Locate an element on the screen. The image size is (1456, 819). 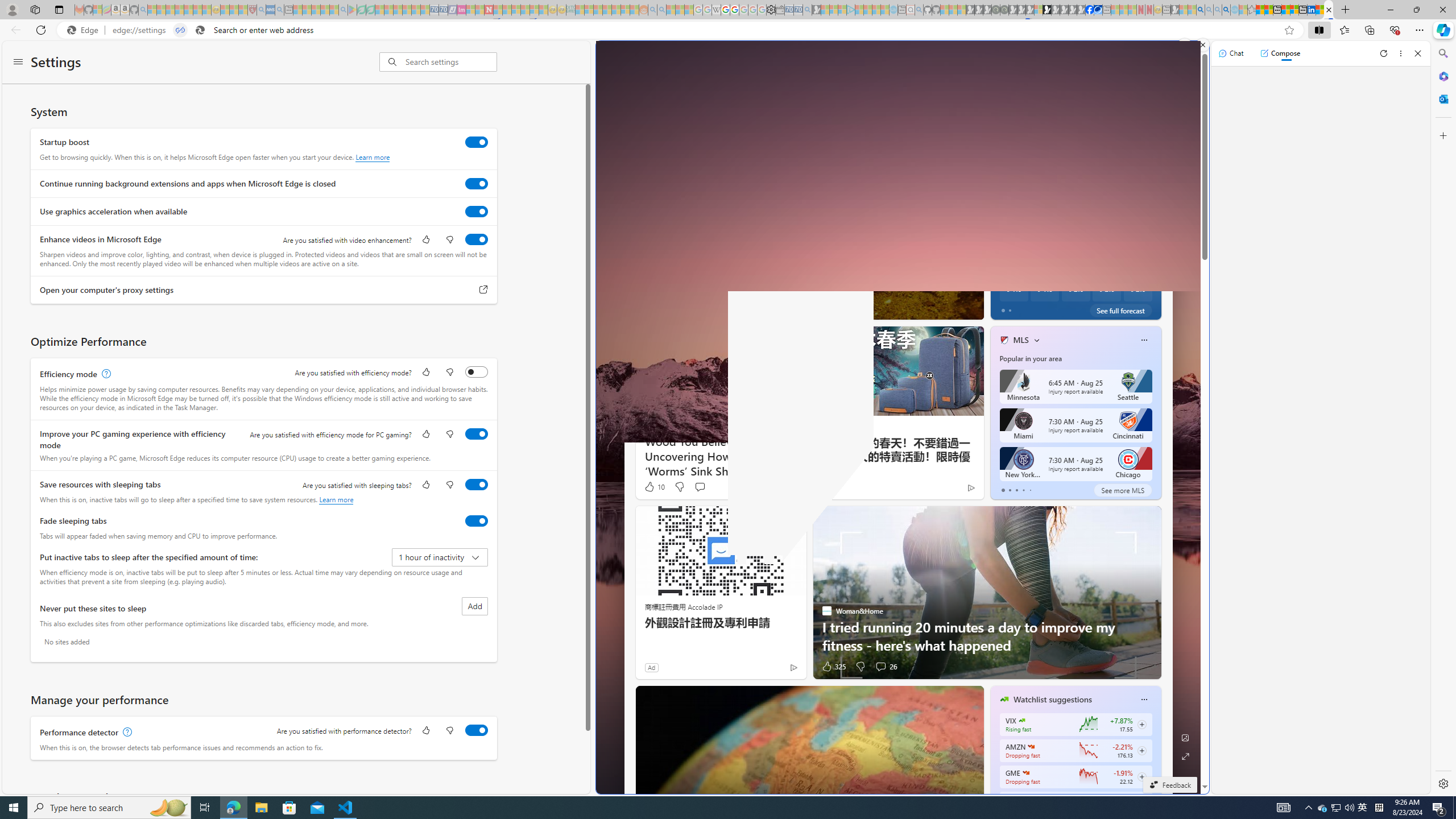
'Partly sunny' is located at coordinates (1011, 189).